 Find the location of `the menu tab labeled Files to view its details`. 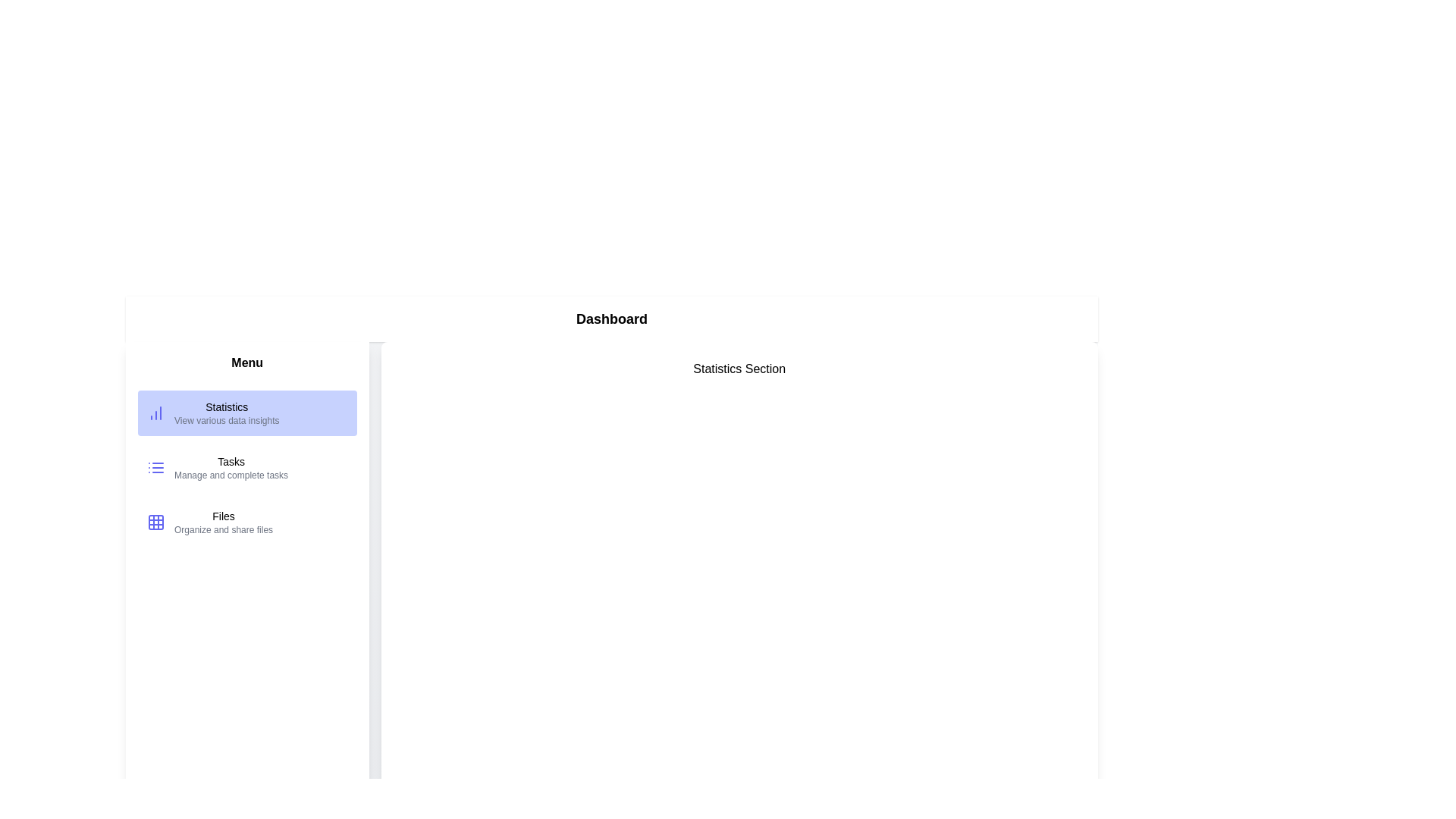

the menu tab labeled Files to view its details is located at coordinates (247, 522).